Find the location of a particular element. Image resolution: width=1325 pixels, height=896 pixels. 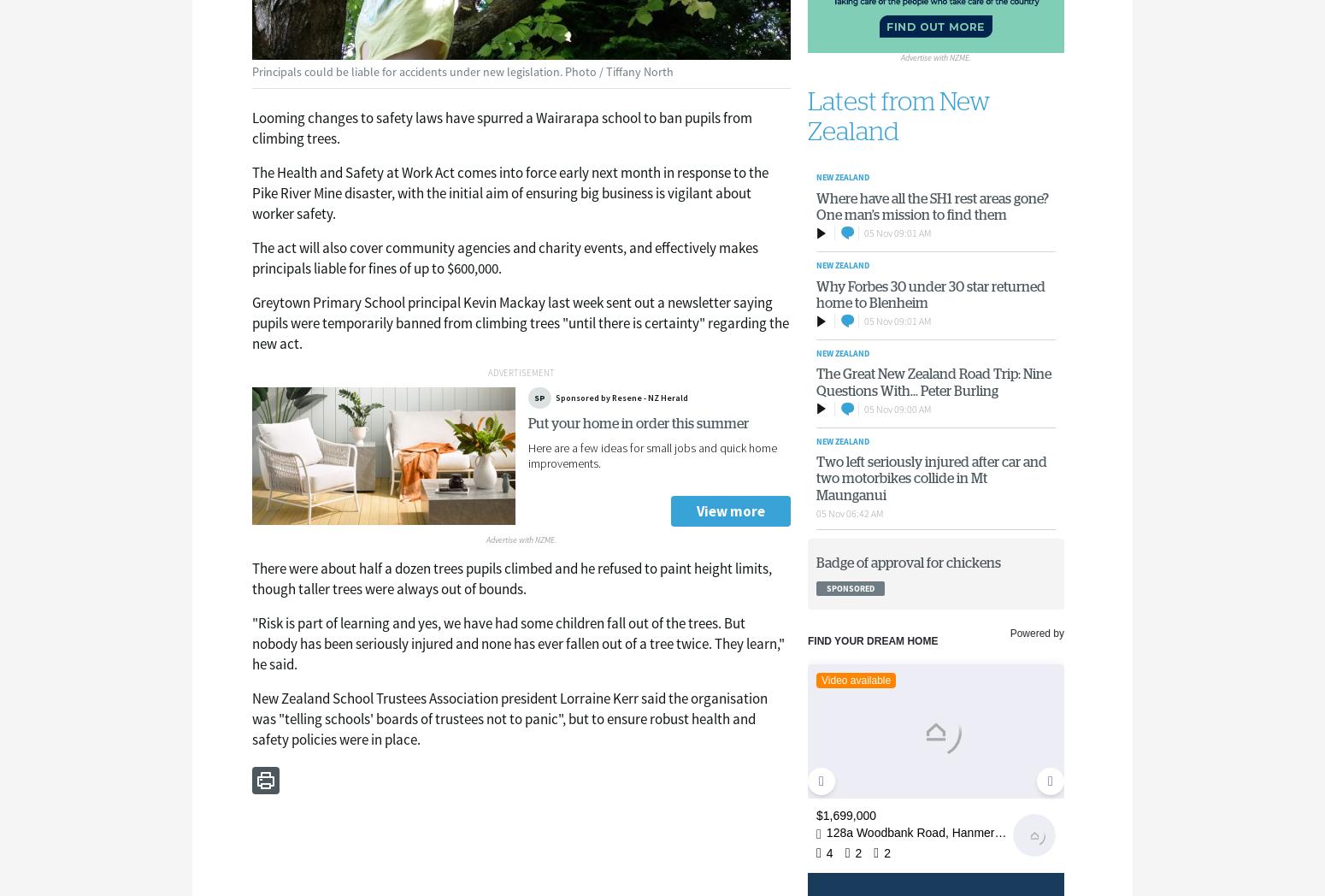

'05 Nov 06:42 AM' is located at coordinates (815, 512).